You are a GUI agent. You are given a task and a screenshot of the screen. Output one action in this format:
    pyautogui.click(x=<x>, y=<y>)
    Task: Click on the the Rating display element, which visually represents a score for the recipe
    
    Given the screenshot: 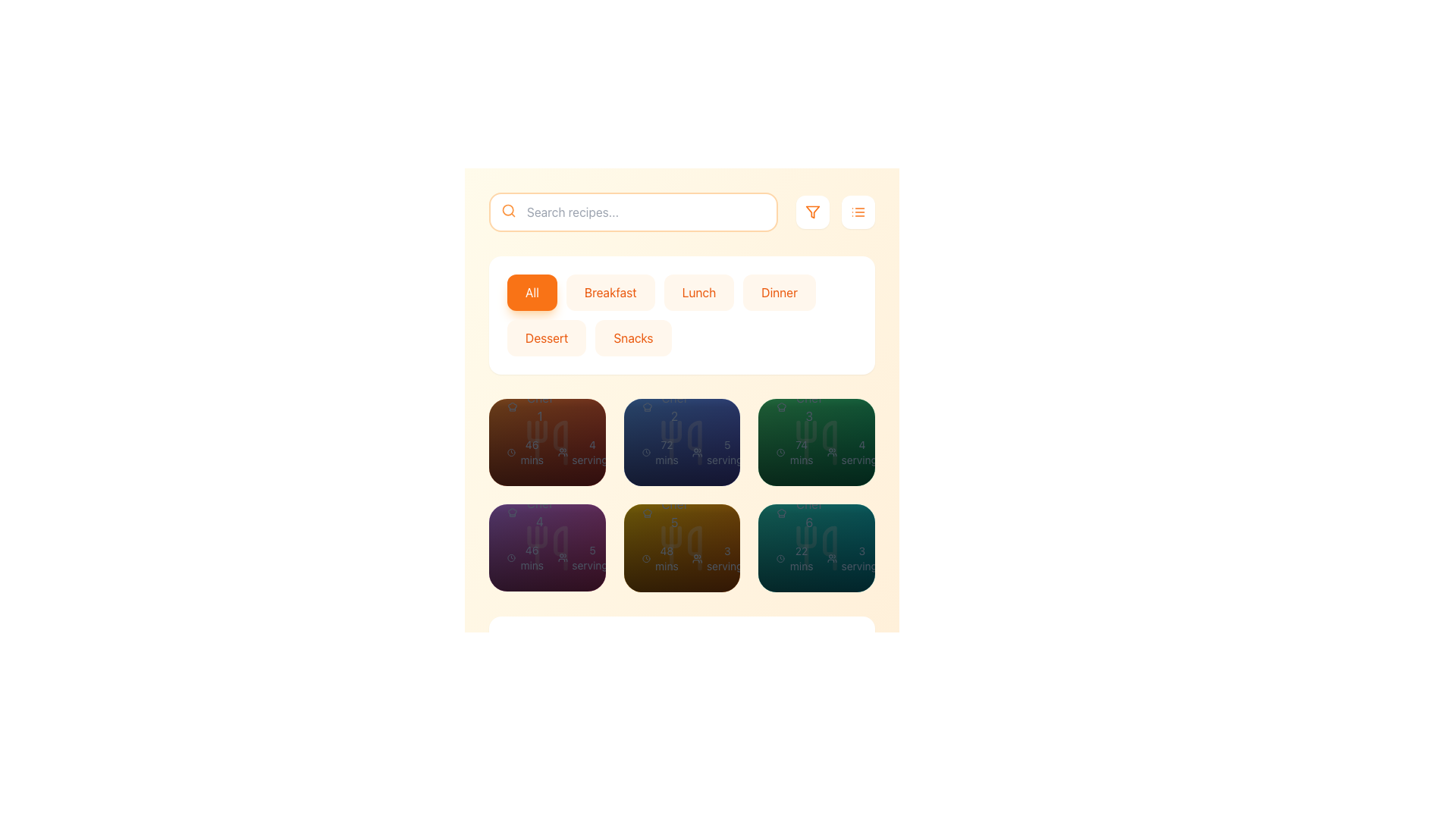 What is the action you would take?
    pyautogui.click(x=708, y=460)
    